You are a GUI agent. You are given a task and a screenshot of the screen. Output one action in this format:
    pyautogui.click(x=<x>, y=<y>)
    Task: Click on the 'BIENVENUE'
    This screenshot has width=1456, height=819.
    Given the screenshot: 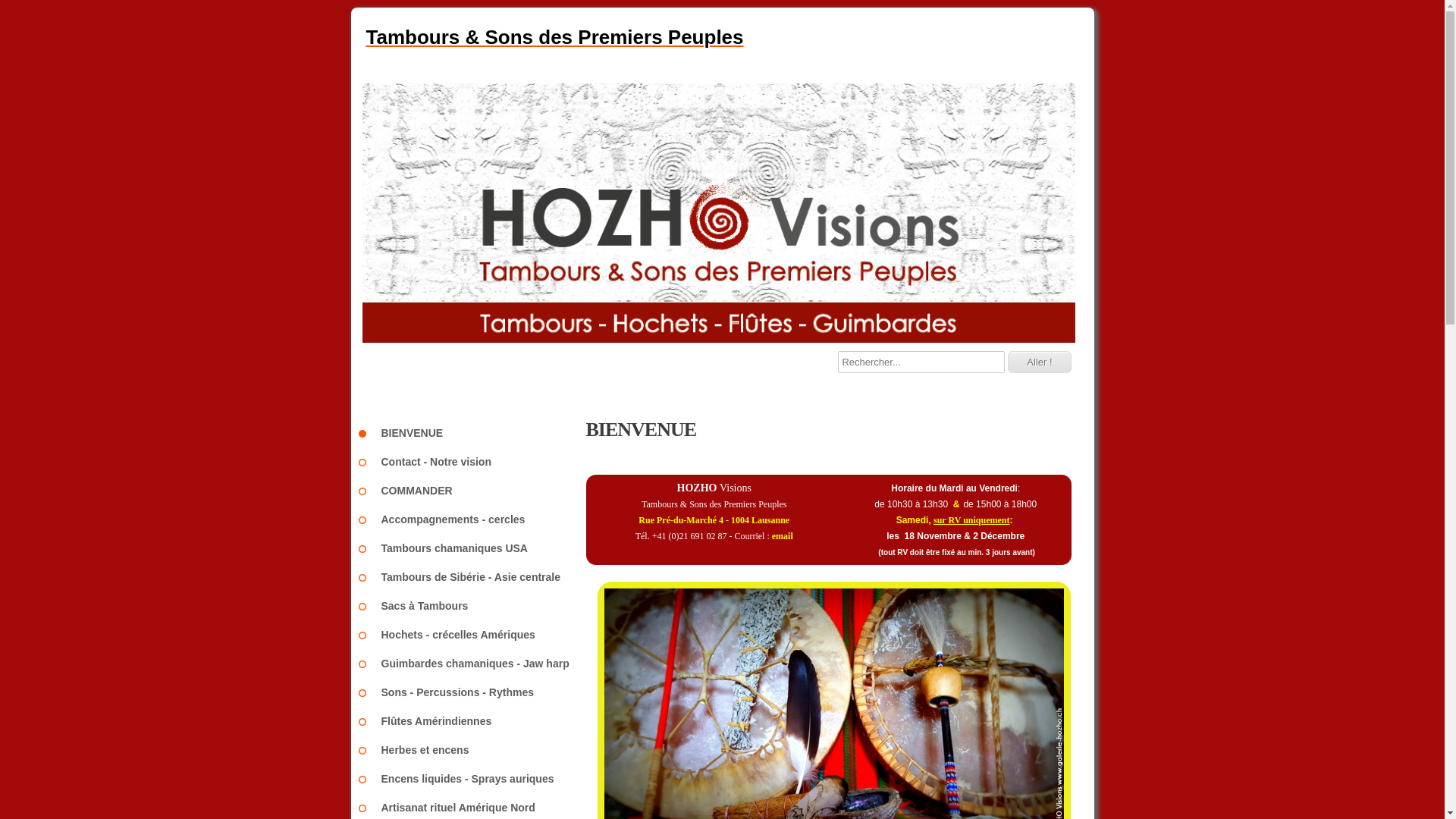 What is the action you would take?
    pyautogui.click(x=471, y=432)
    